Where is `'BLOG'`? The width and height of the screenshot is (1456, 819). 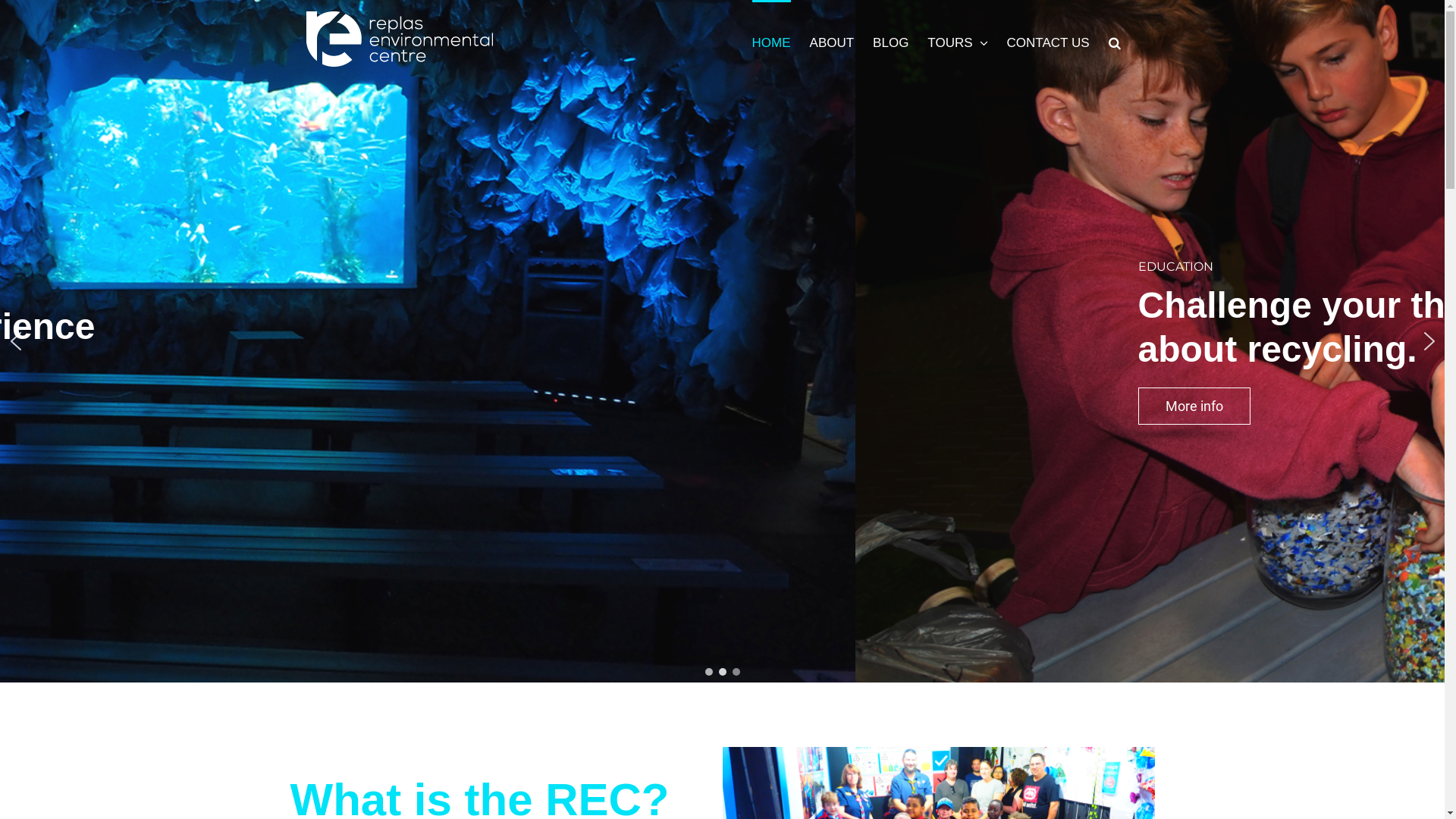 'BLOG' is located at coordinates (890, 40).